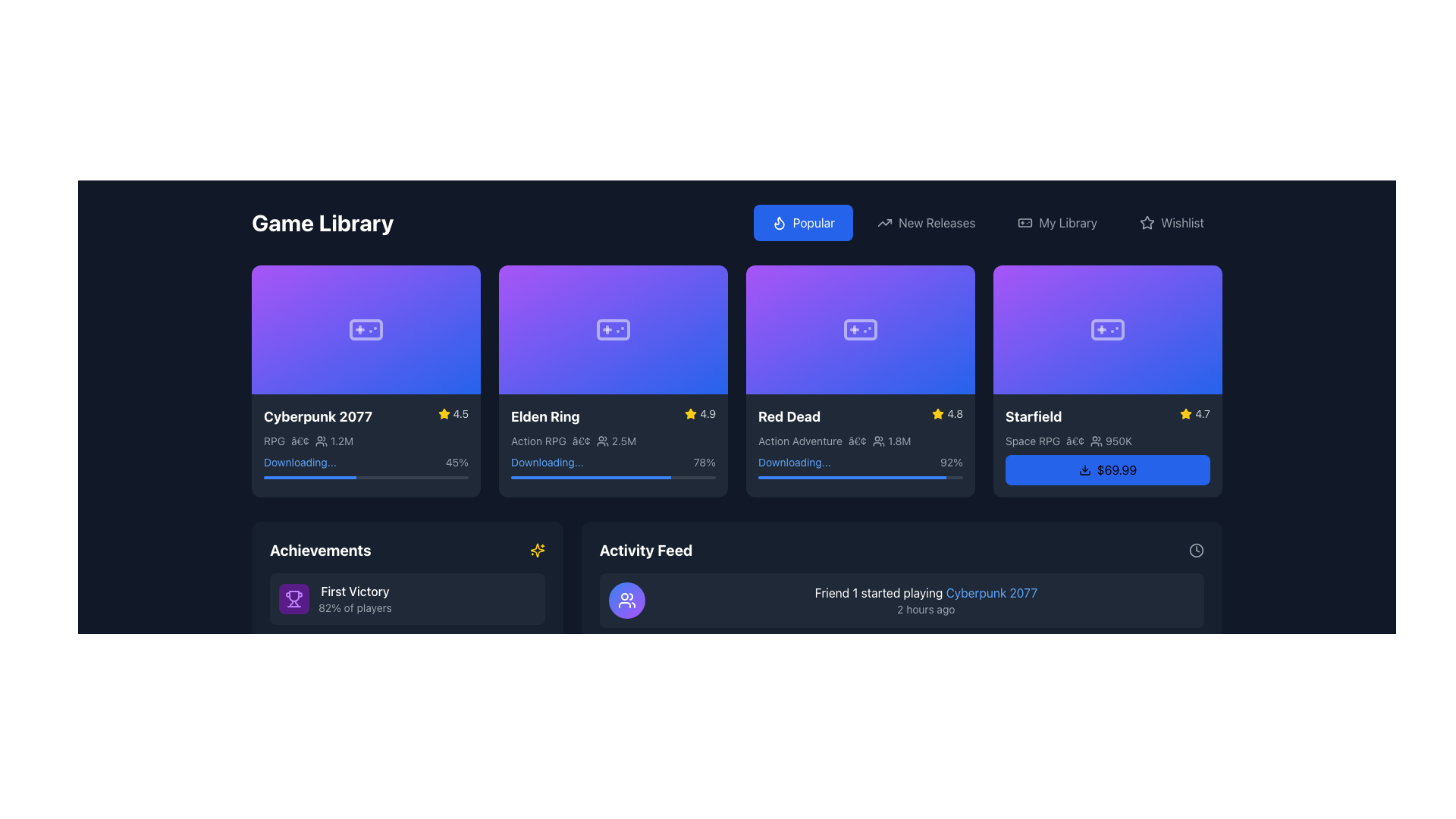  I want to click on the game title within the Activity Notification Block, which is the third entry in the Activity Feed section, so click(902, 733).